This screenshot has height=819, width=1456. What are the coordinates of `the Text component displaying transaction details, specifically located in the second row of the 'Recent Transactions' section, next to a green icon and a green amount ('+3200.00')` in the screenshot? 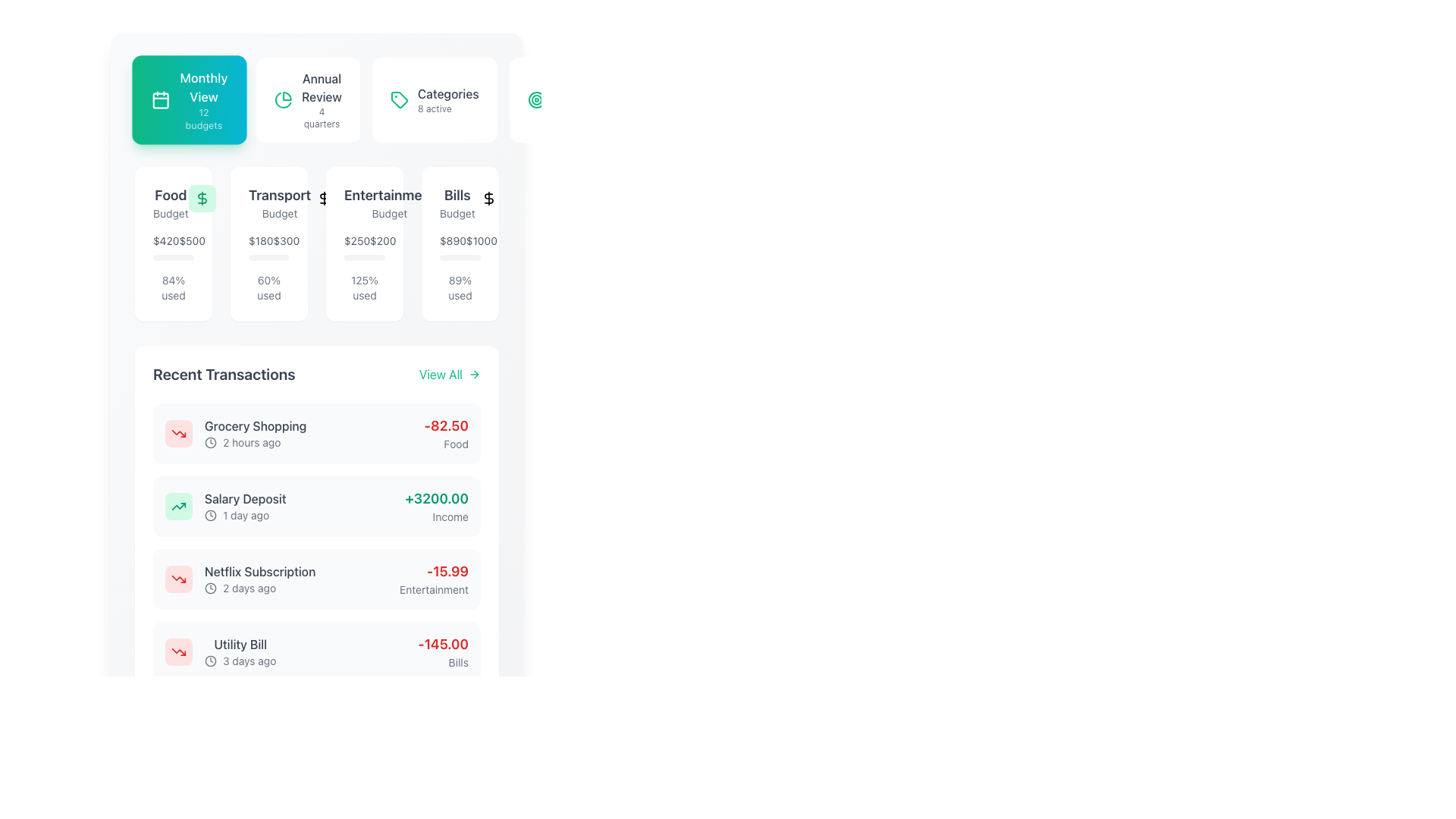 It's located at (245, 506).